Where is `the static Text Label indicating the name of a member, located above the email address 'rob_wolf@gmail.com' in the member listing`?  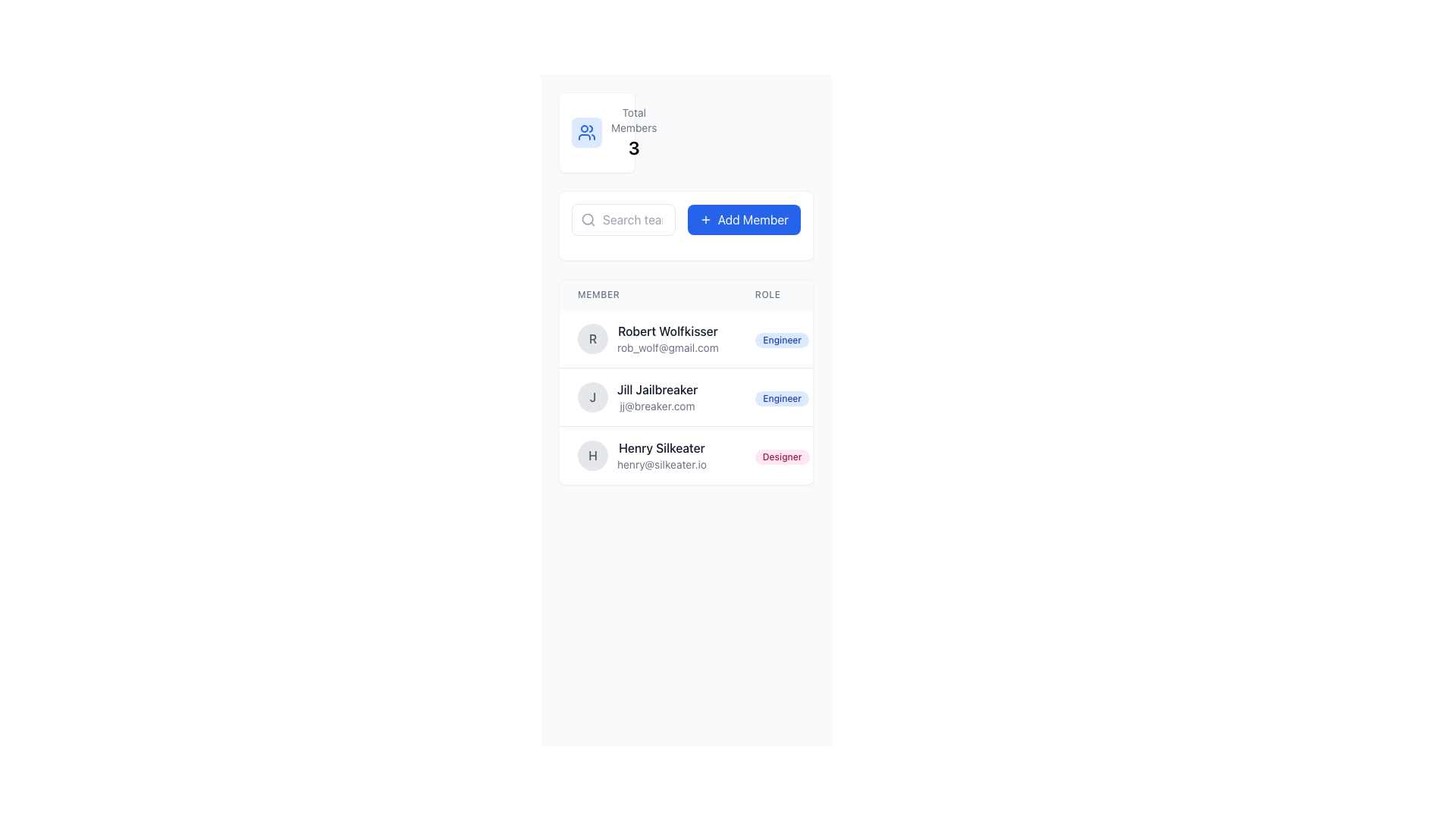
the static Text Label indicating the name of a member, located above the email address 'rob_wolf@gmail.com' in the member listing is located at coordinates (667, 330).